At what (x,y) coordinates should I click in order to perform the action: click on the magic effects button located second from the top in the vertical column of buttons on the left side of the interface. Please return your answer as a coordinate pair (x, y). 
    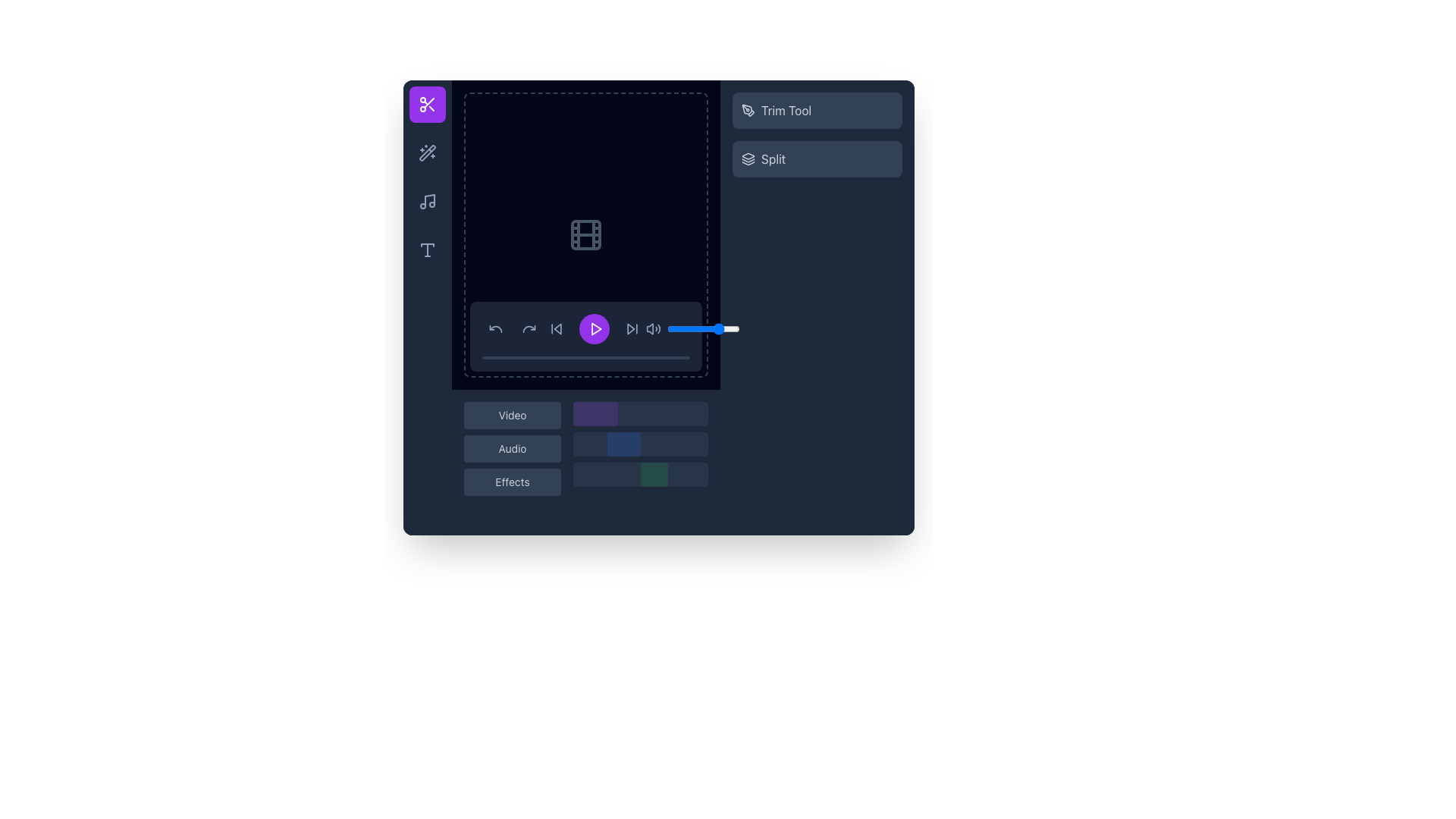
    Looking at the image, I should click on (427, 152).